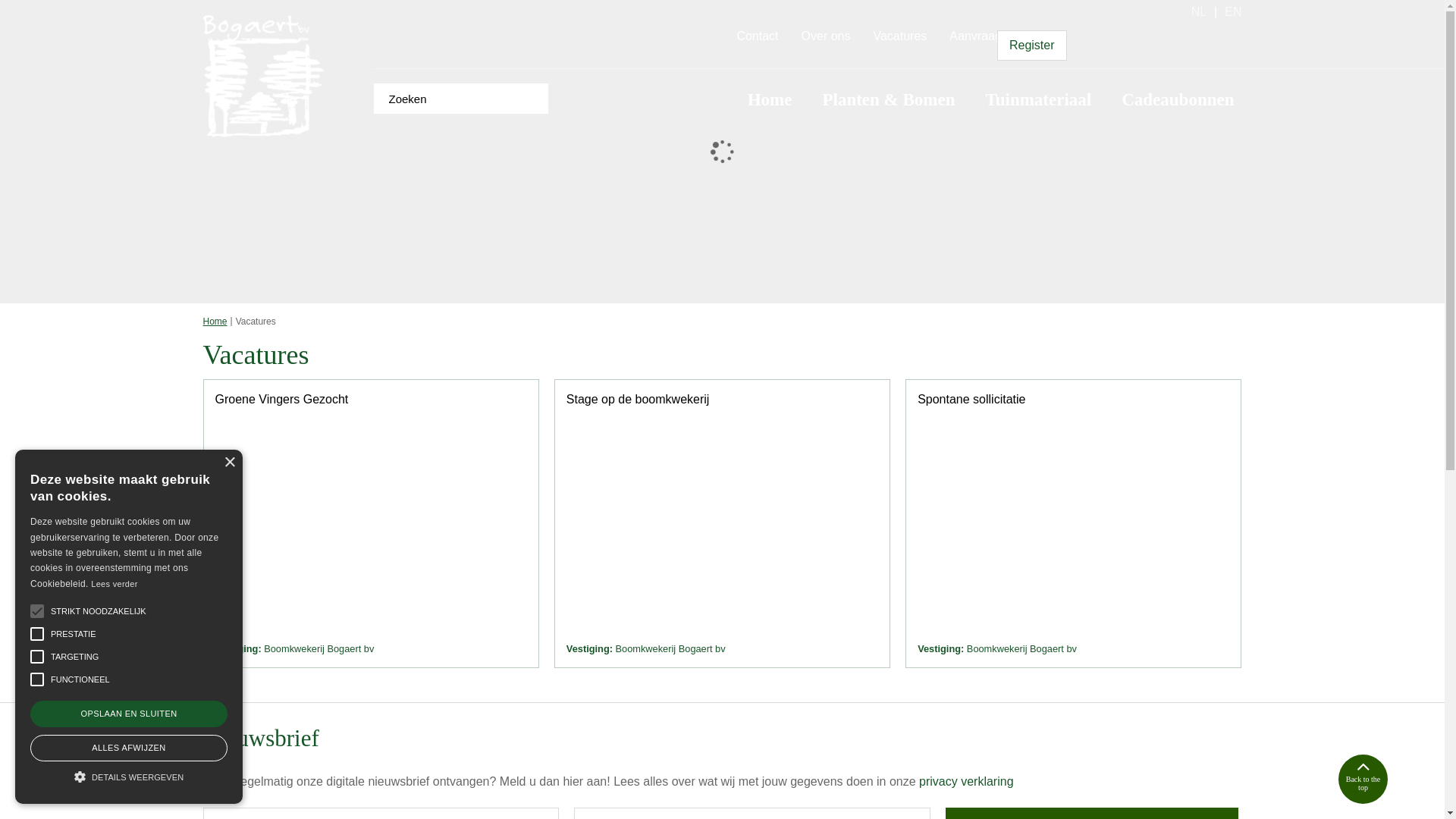  I want to click on 'Login', so click(1089, 37).